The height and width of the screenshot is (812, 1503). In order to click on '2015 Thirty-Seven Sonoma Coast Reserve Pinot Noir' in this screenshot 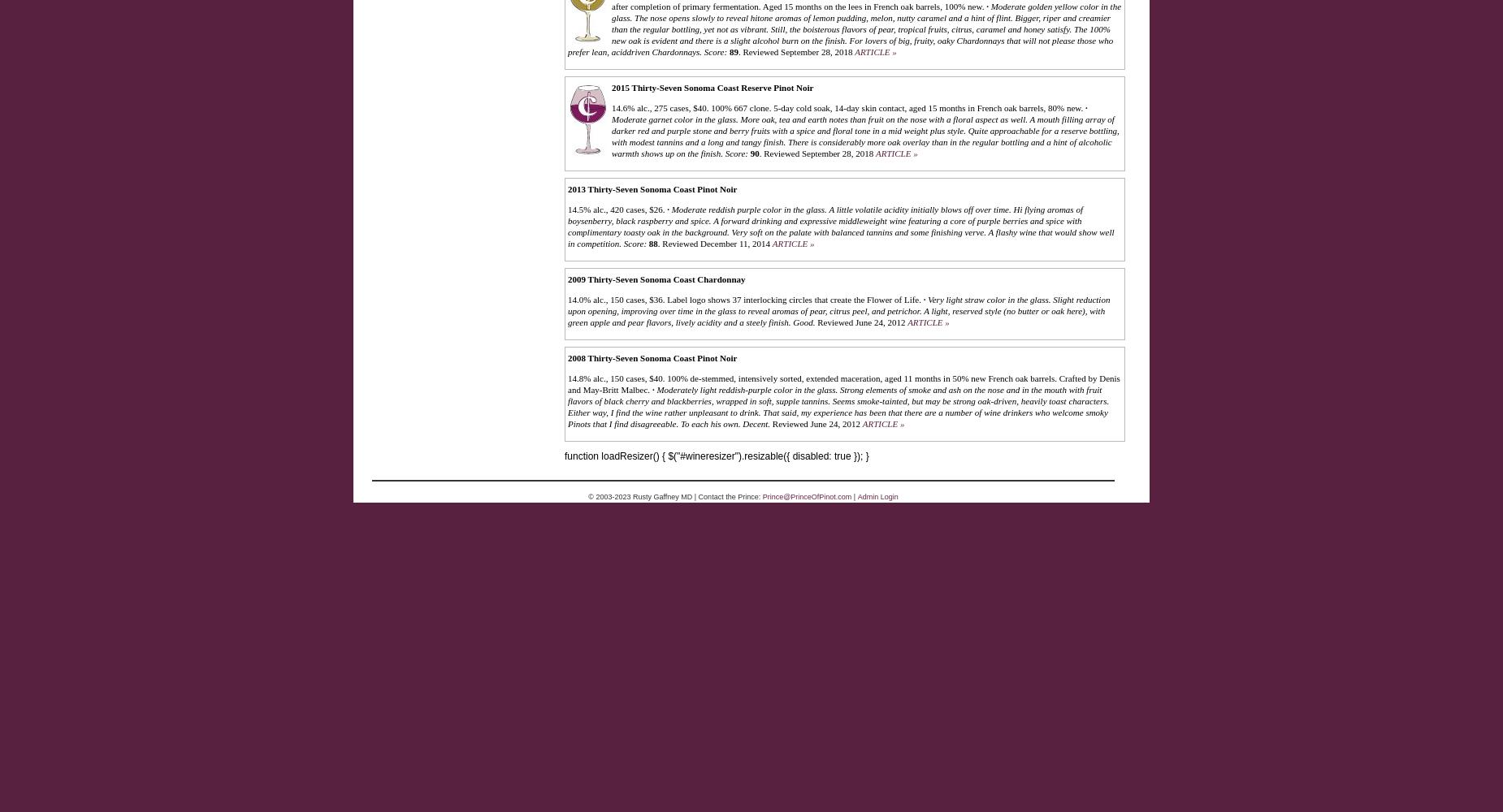, I will do `click(713, 86)`.